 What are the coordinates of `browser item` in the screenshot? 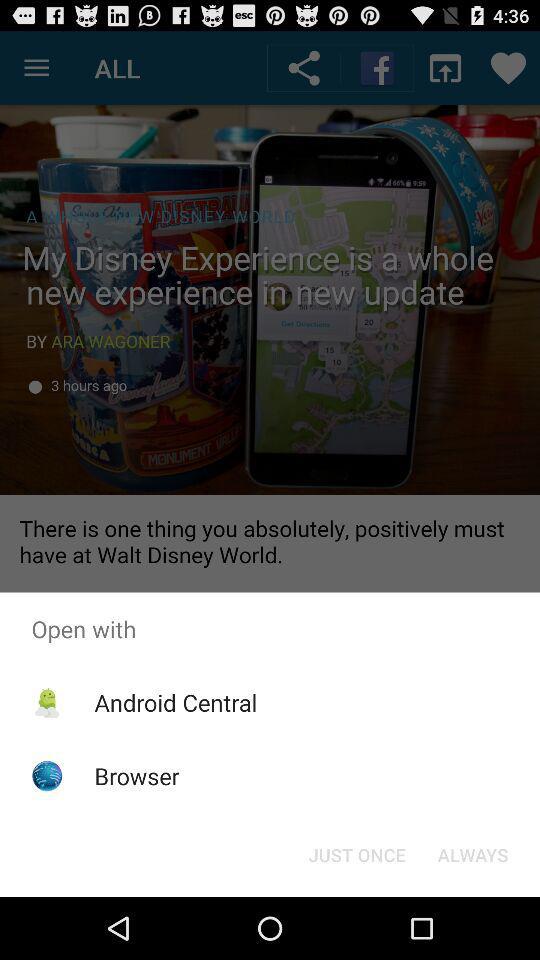 It's located at (136, 775).